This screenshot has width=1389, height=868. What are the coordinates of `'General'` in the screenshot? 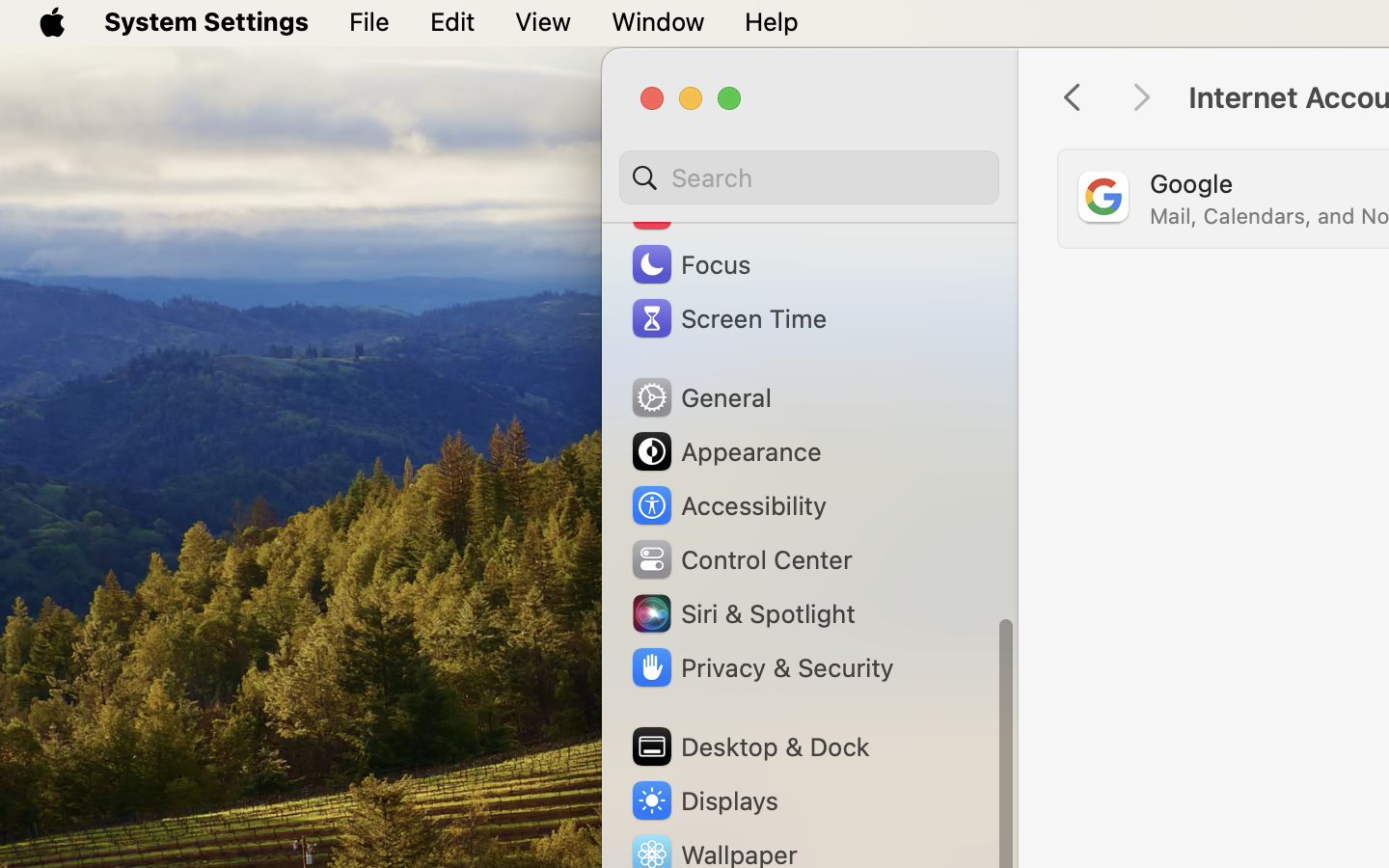 It's located at (699, 397).